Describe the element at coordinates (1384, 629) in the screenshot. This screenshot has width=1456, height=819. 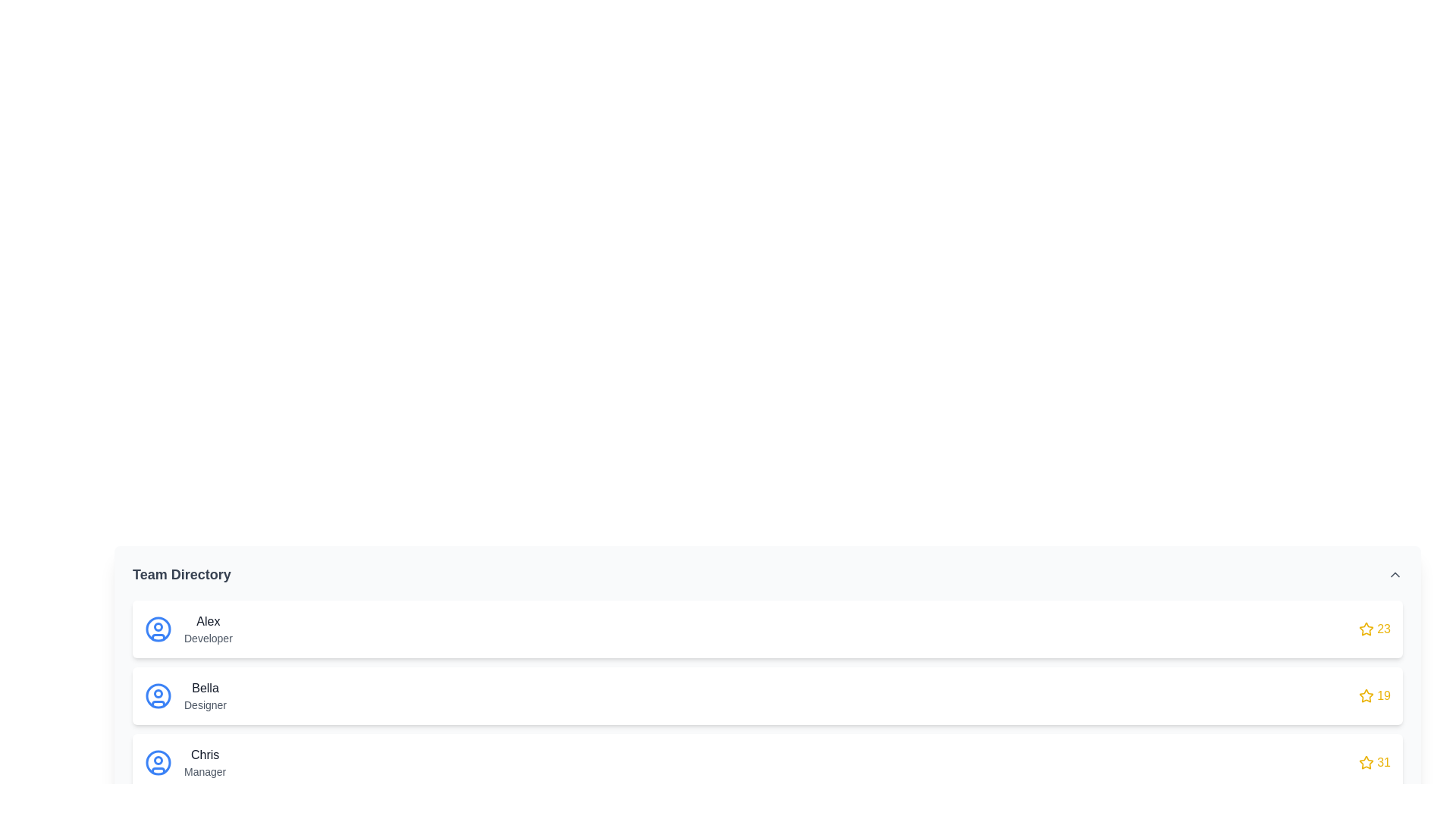
I see `text displayed in the yellow Text Label showing the number '23', located after a yellow star icon in the top-right corner of the user entry` at that location.